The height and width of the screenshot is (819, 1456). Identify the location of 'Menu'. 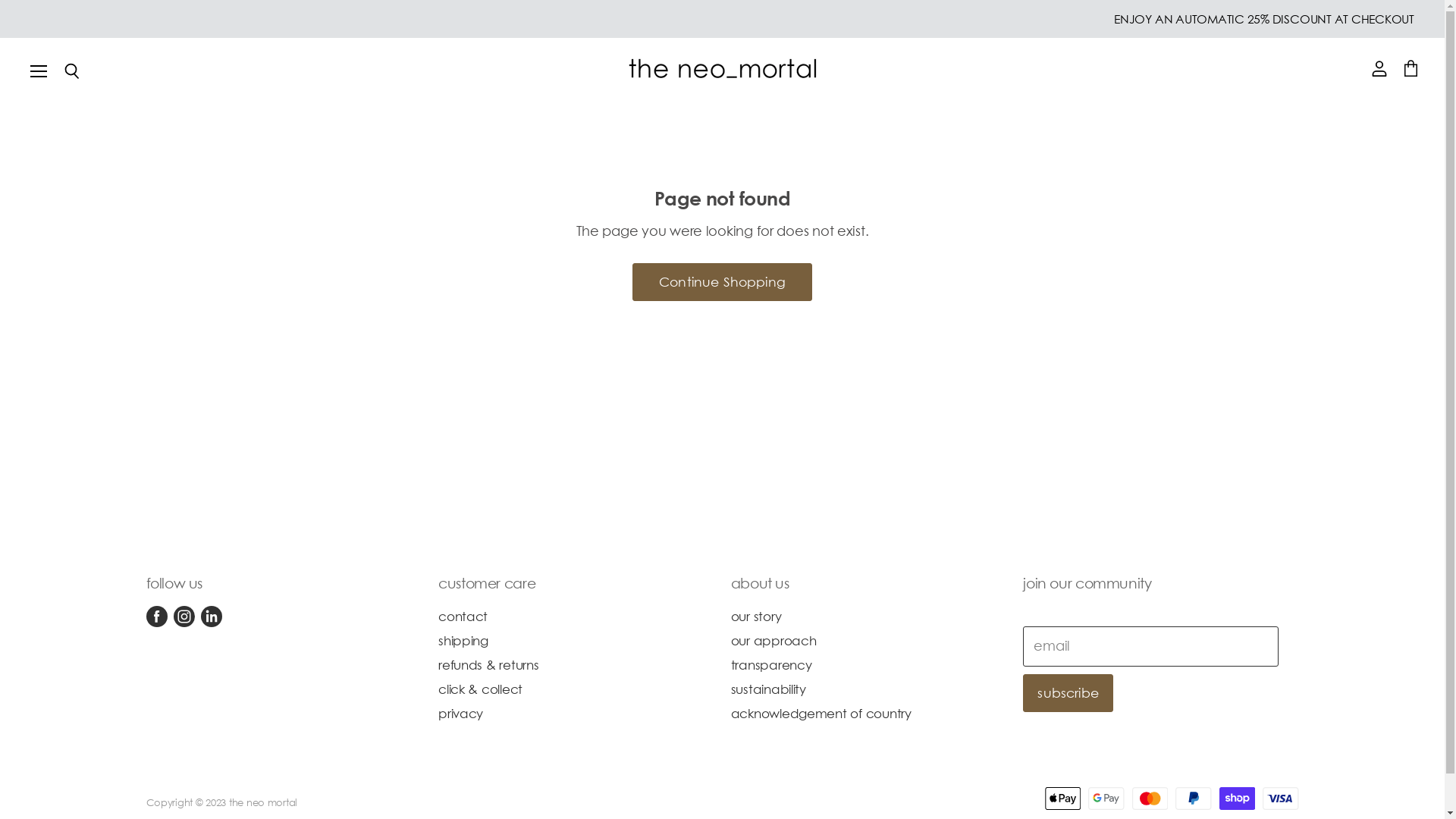
(39, 70).